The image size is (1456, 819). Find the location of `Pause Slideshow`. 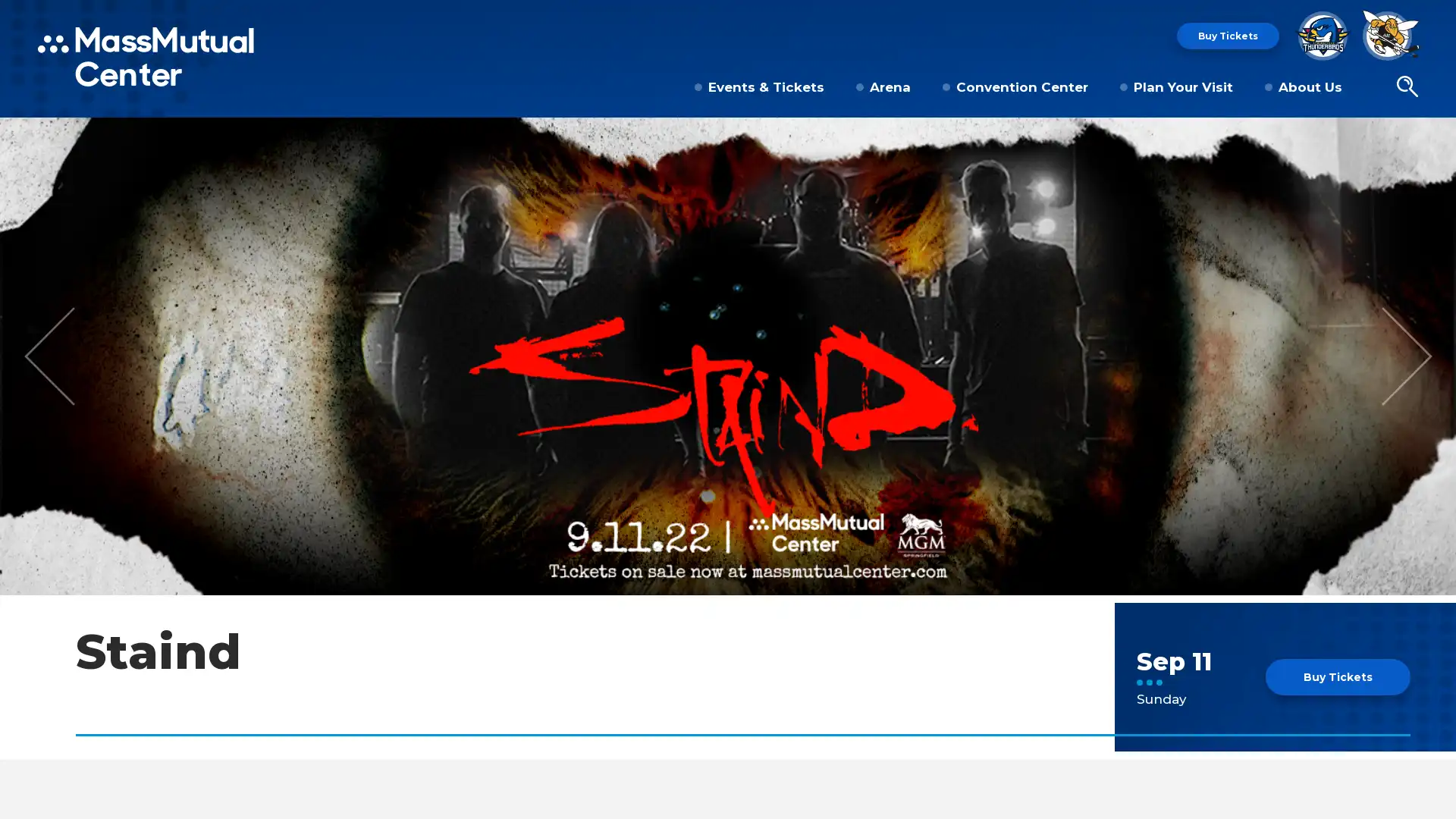

Pause Slideshow is located at coordinates (1436, 138).